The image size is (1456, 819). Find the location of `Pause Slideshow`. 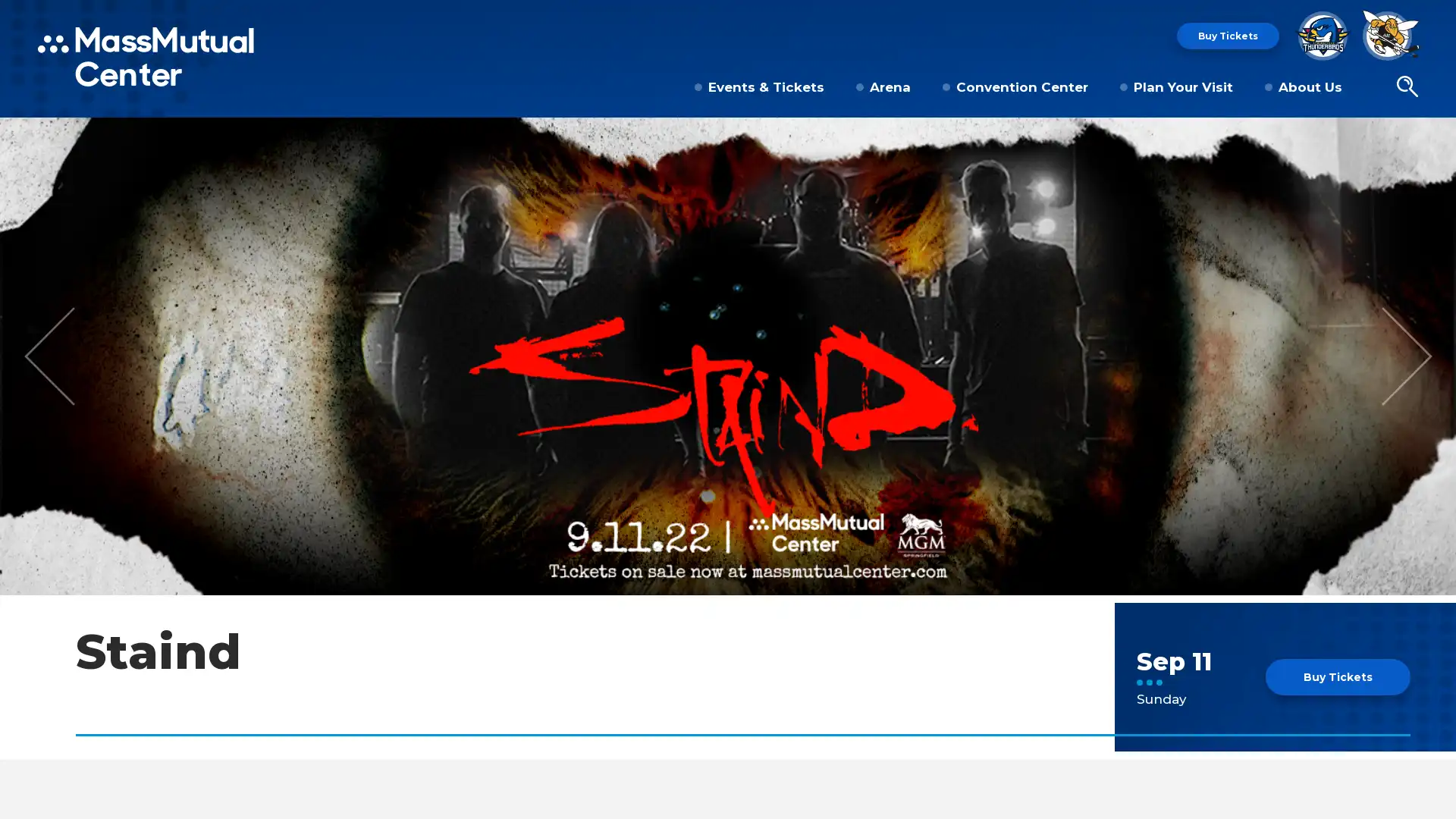

Pause Slideshow is located at coordinates (1436, 138).